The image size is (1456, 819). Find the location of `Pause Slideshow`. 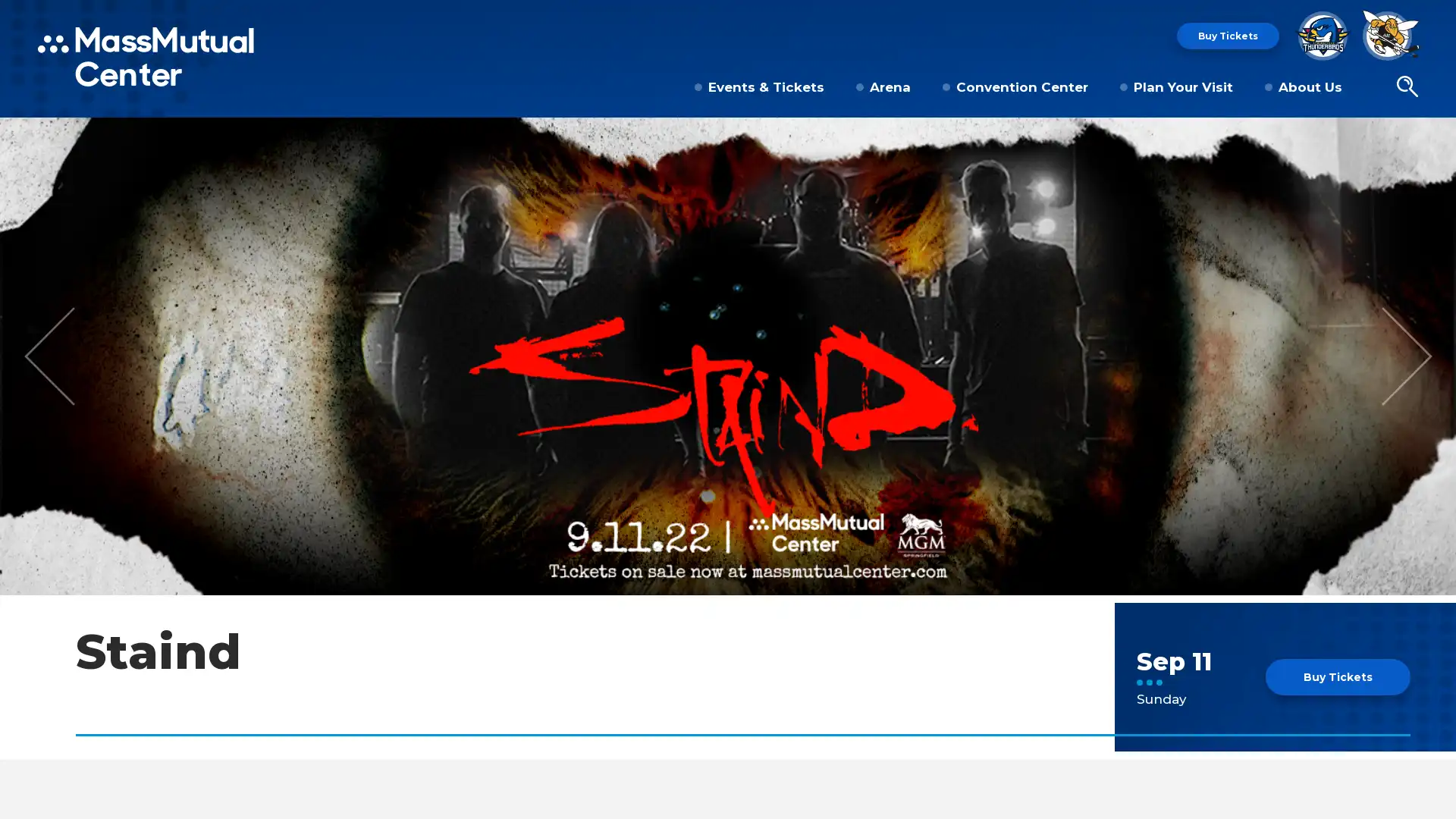

Pause Slideshow is located at coordinates (1436, 138).